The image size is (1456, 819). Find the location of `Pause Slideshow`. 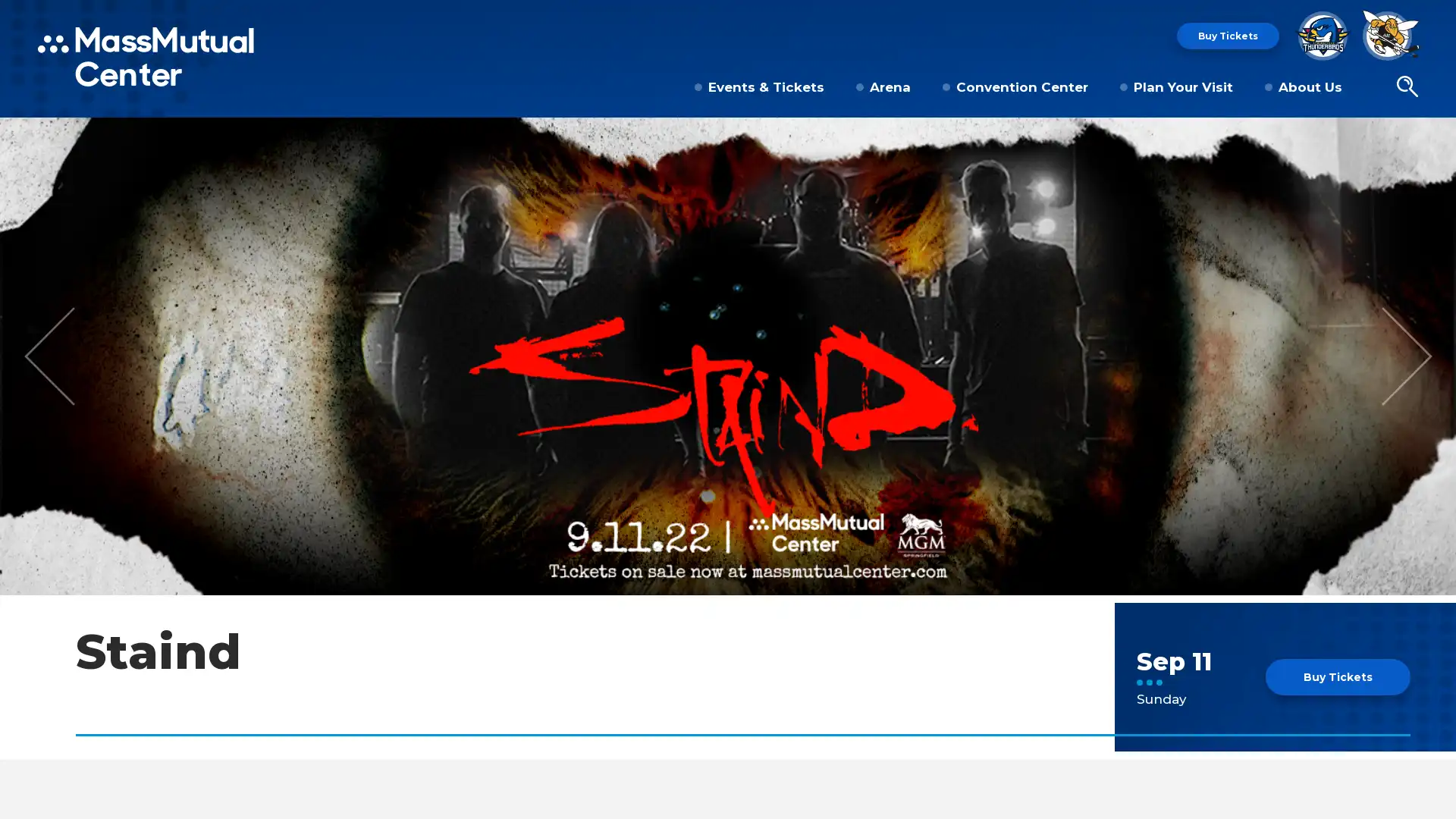

Pause Slideshow is located at coordinates (1436, 138).